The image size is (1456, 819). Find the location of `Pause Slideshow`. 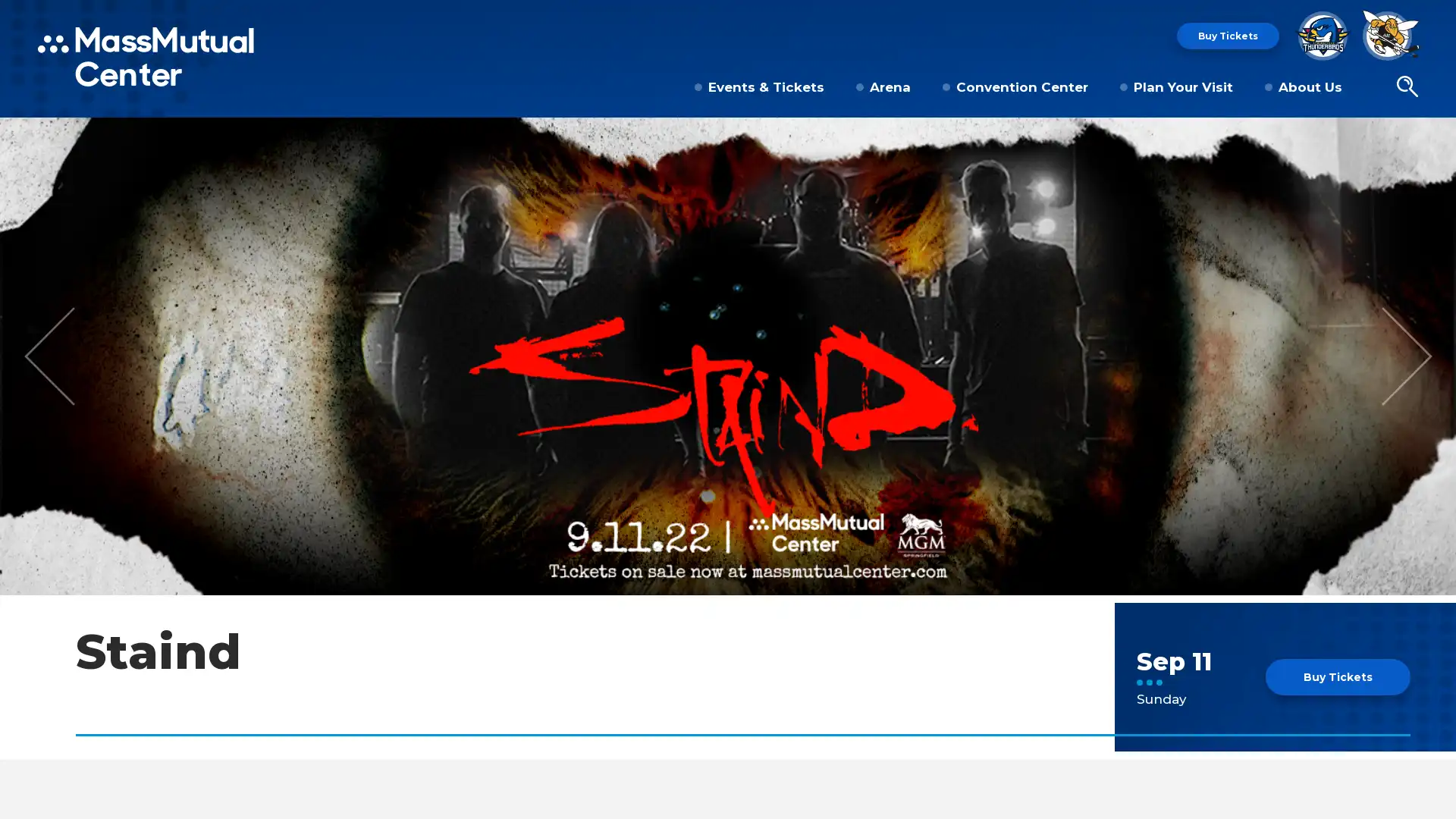

Pause Slideshow is located at coordinates (1436, 138).